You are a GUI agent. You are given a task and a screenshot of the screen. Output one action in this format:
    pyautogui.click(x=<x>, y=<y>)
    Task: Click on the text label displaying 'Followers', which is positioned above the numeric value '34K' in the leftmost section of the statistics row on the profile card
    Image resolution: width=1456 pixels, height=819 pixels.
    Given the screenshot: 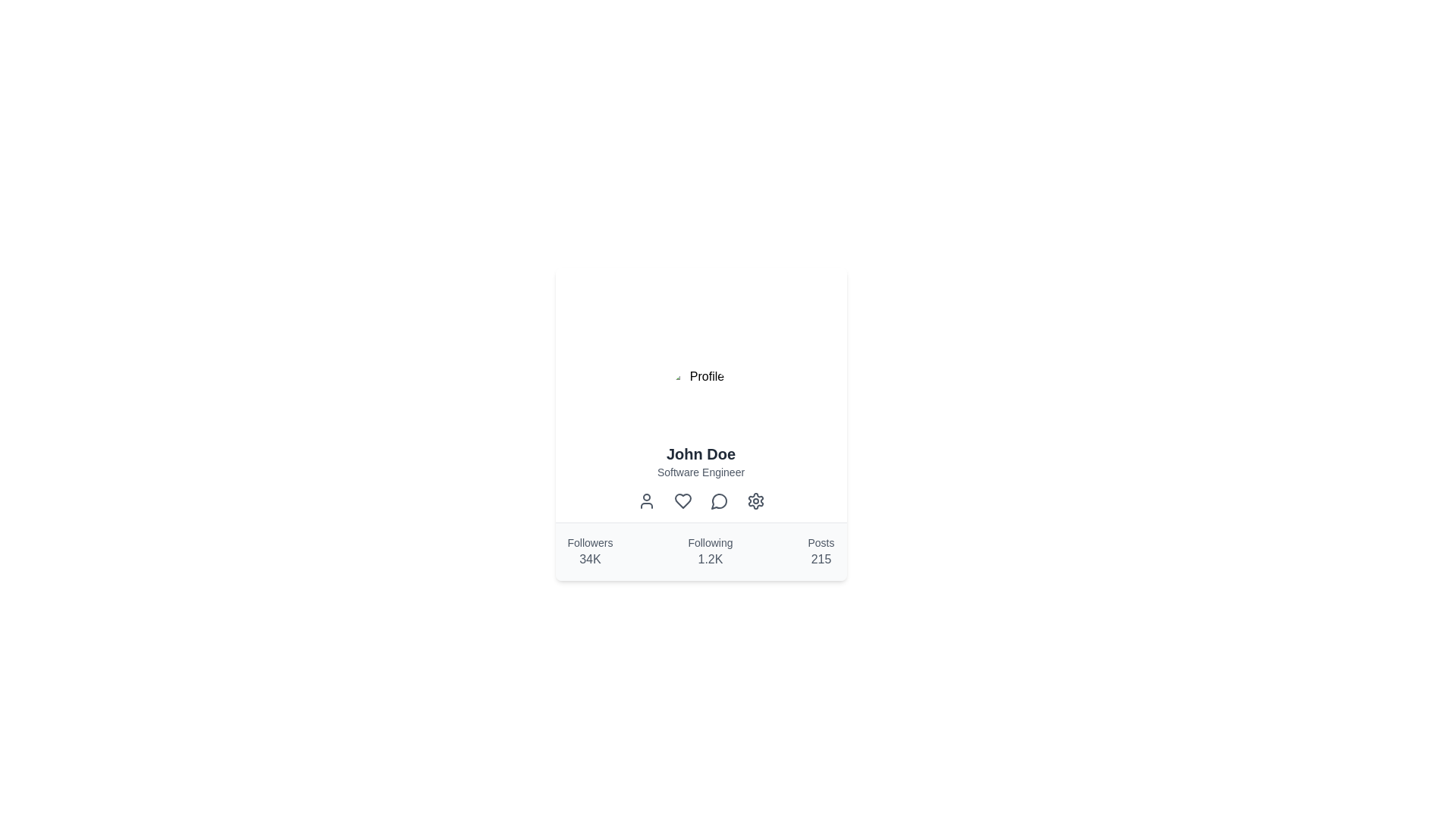 What is the action you would take?
    pyautogui.click(x=589, y=542)
    